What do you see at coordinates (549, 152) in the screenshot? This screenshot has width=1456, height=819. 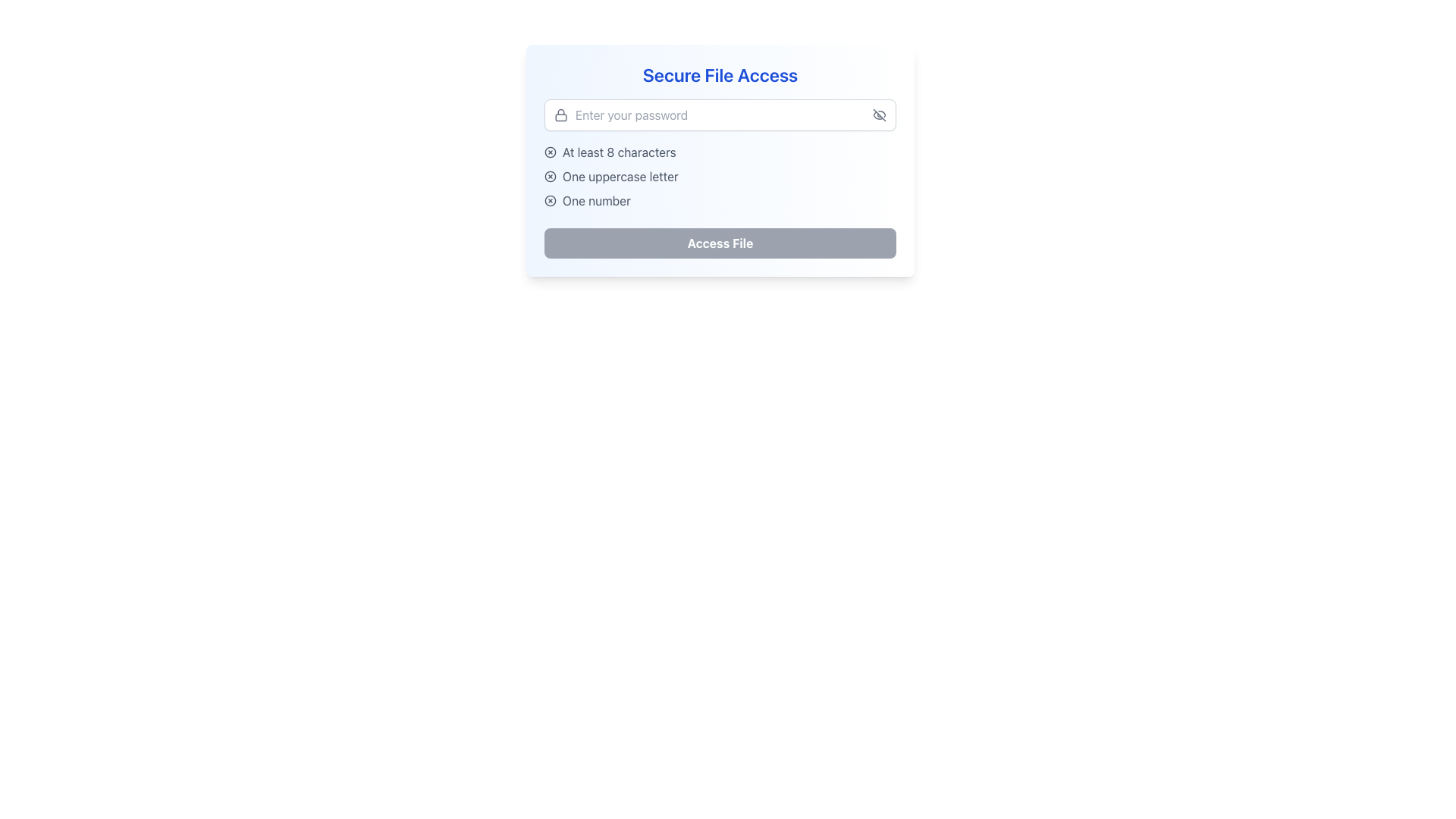 I see `the circular icon with an 'X' symbol located to the left of the text 'At least 8 characters' in the validation criteria list below the password input field` at bounding box center [549, 152].